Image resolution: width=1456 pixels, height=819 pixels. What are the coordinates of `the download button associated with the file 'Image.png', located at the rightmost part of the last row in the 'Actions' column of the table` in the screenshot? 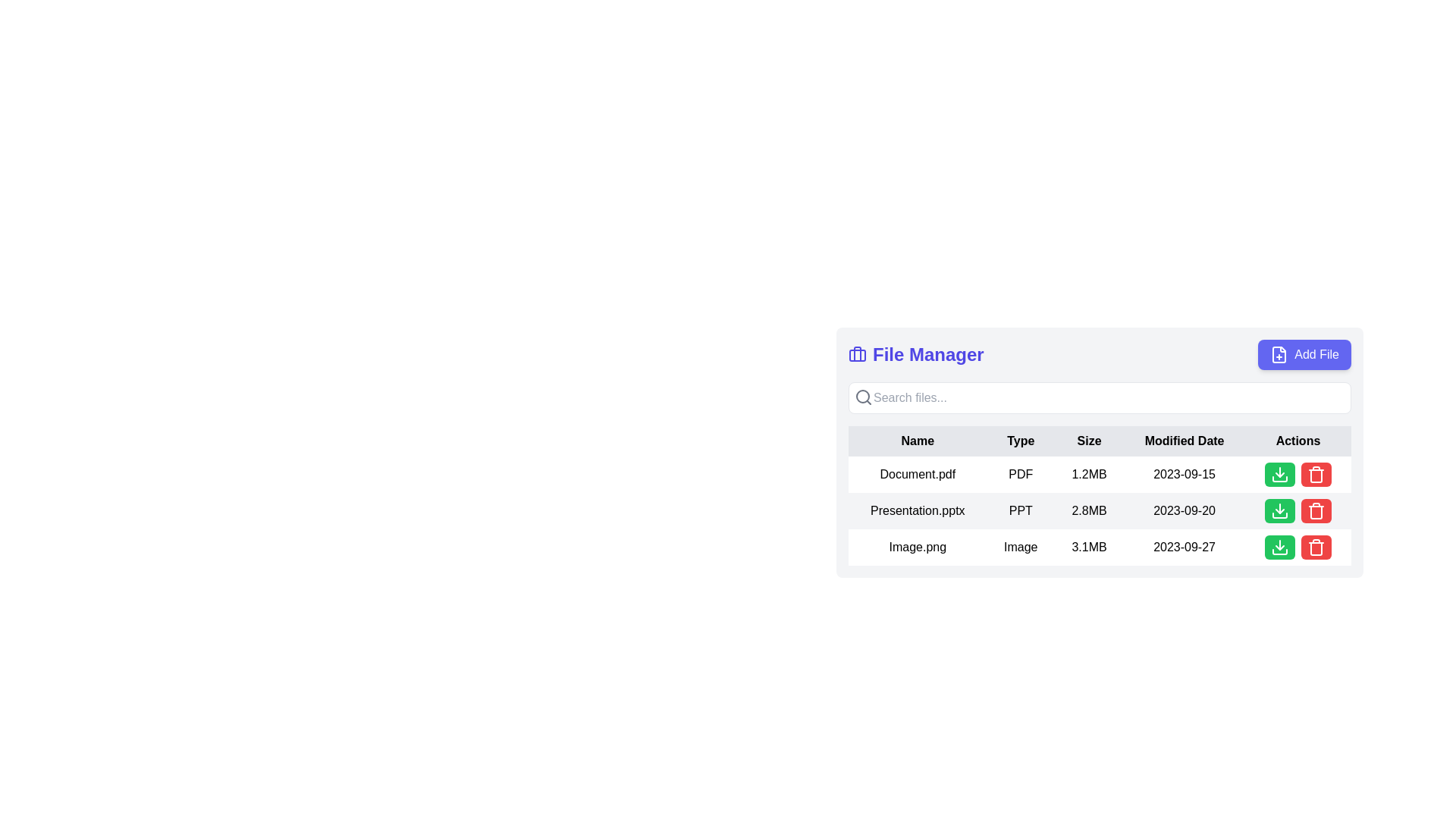 It's located at (1279, 547).